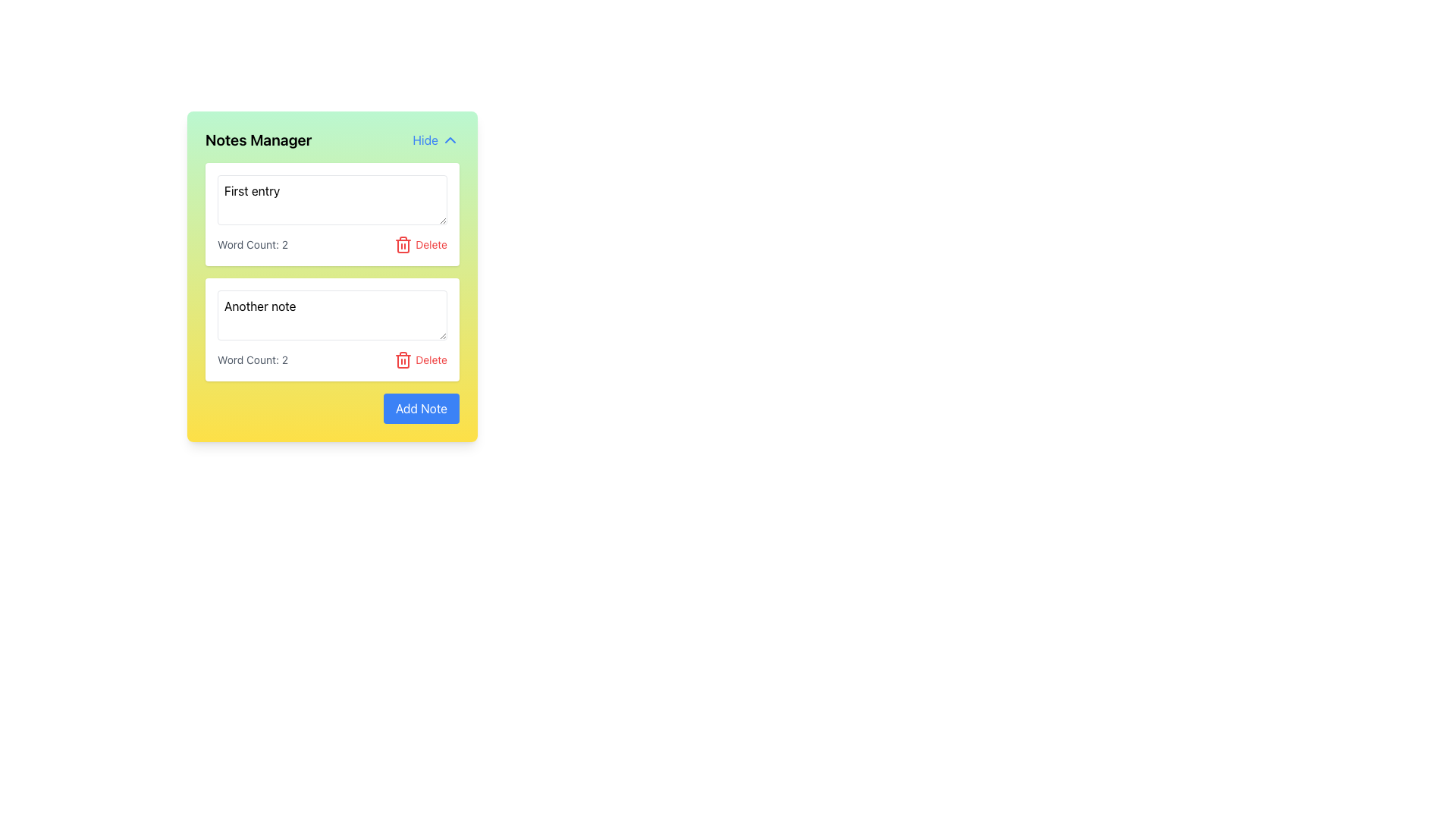 This screenshot has height=819, width=1456. Describe the element at coordinates (403, 244) in the screenshot. I see `the delete icon associated with the note entry` at that location.